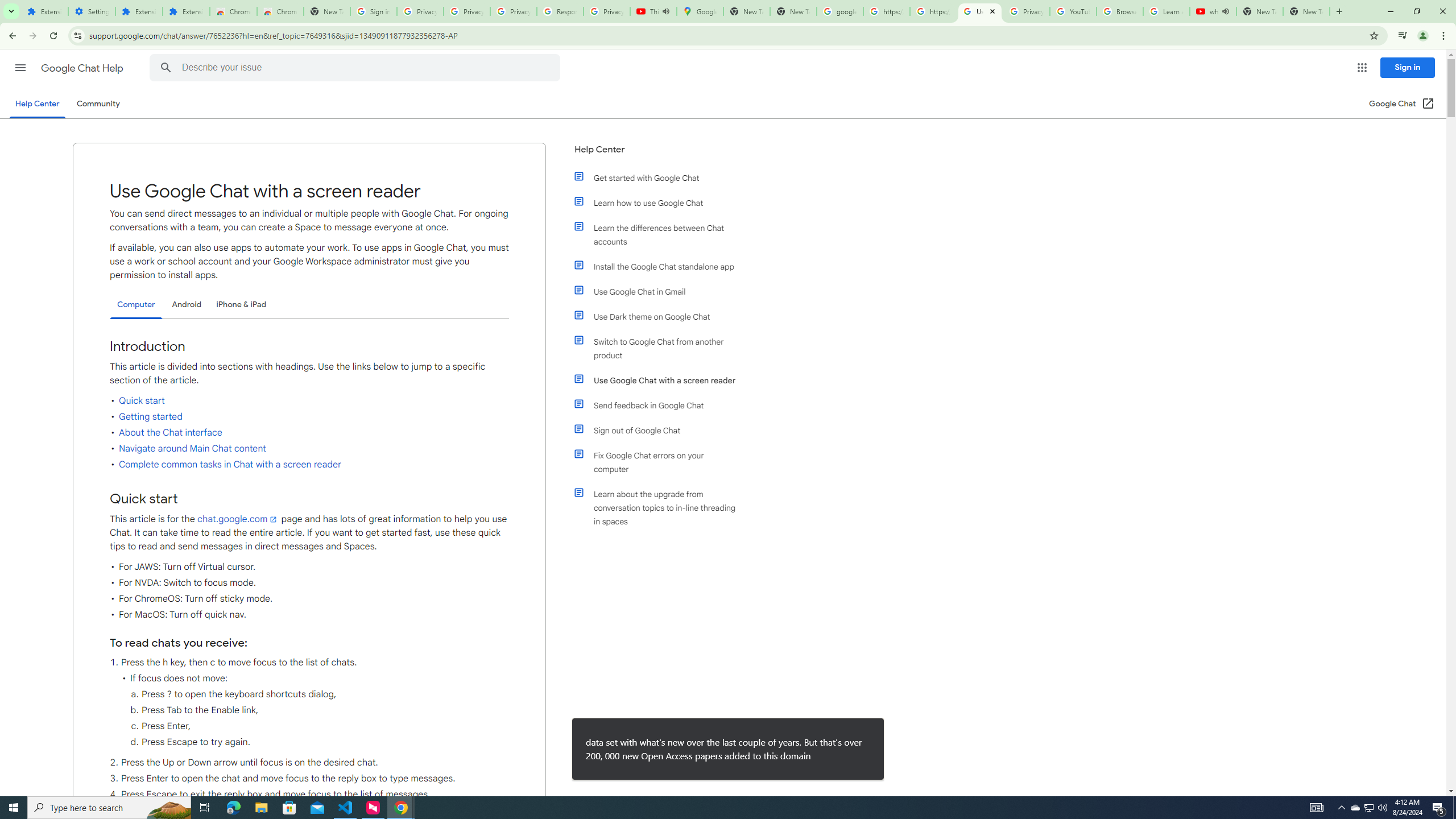 Image resolution: width=1456 pixels, height=819 pixels. I want to click on 'Fix Google Chat errors on your computer', so click(661, 461).